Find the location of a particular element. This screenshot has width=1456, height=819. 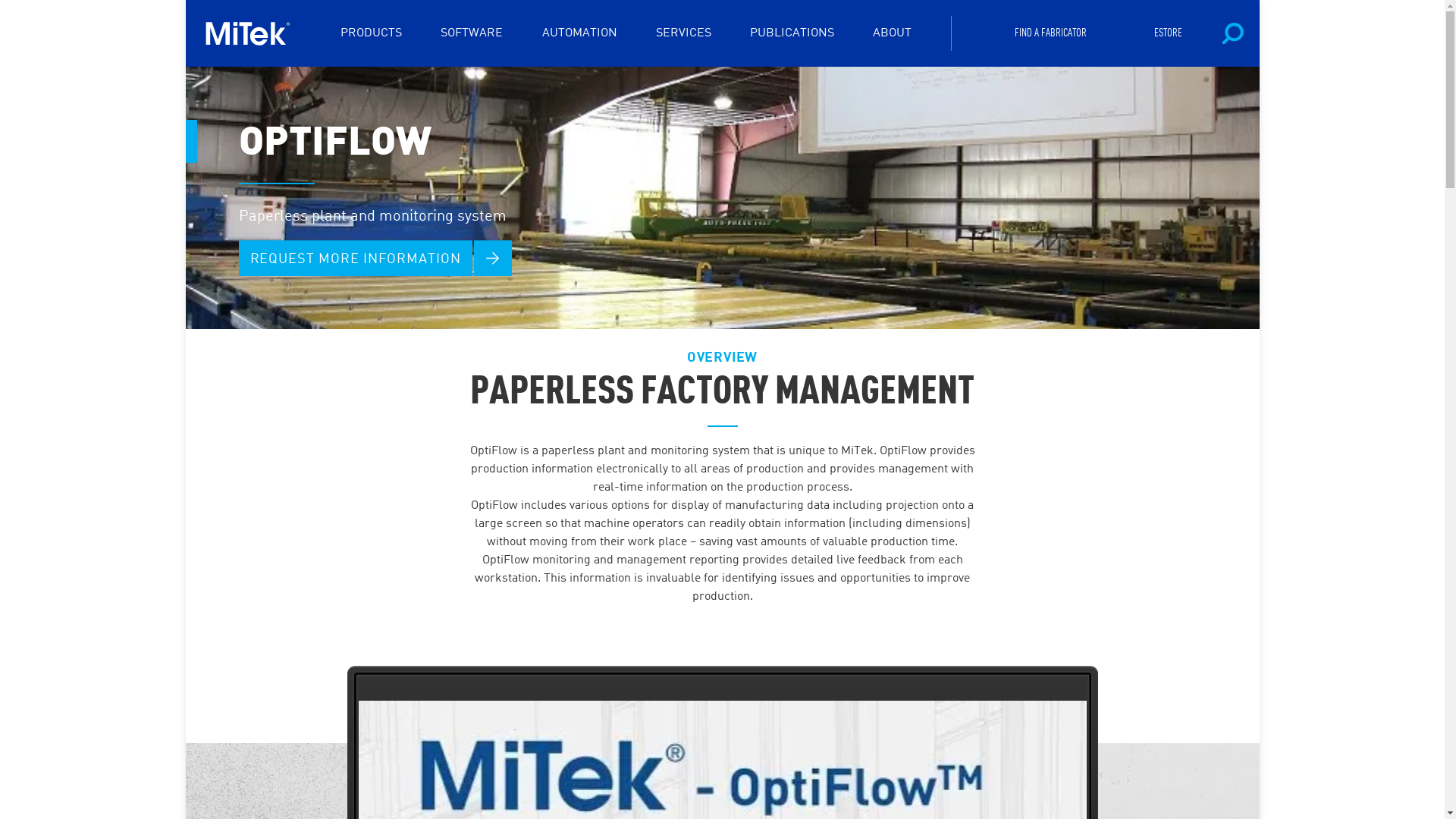

'SERVICES' is located at coordinates (682, 33).